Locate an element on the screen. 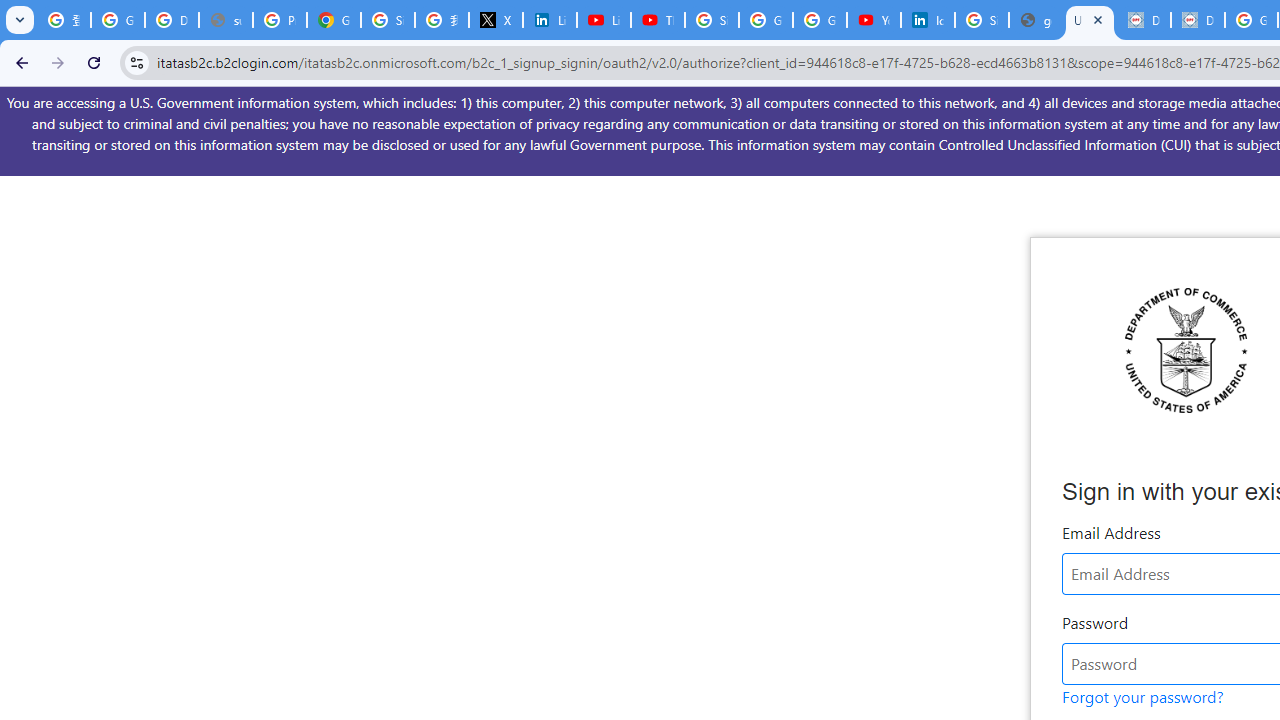 The image size is (1280, 720). 'Privacy Help Center - Policies Help' is located at coordinates (279, 20).